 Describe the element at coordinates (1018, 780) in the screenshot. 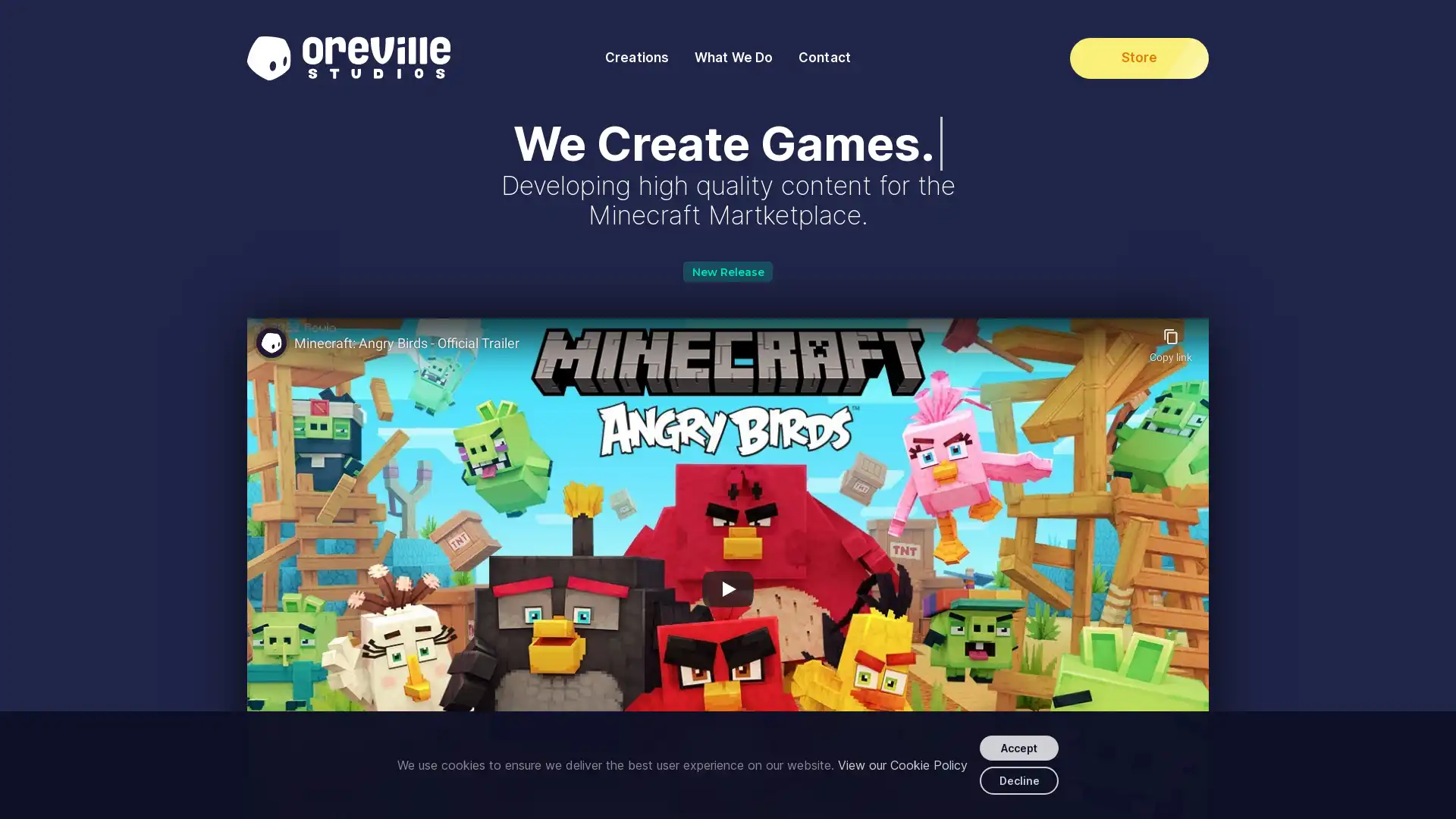

I see `Decline` at that location.